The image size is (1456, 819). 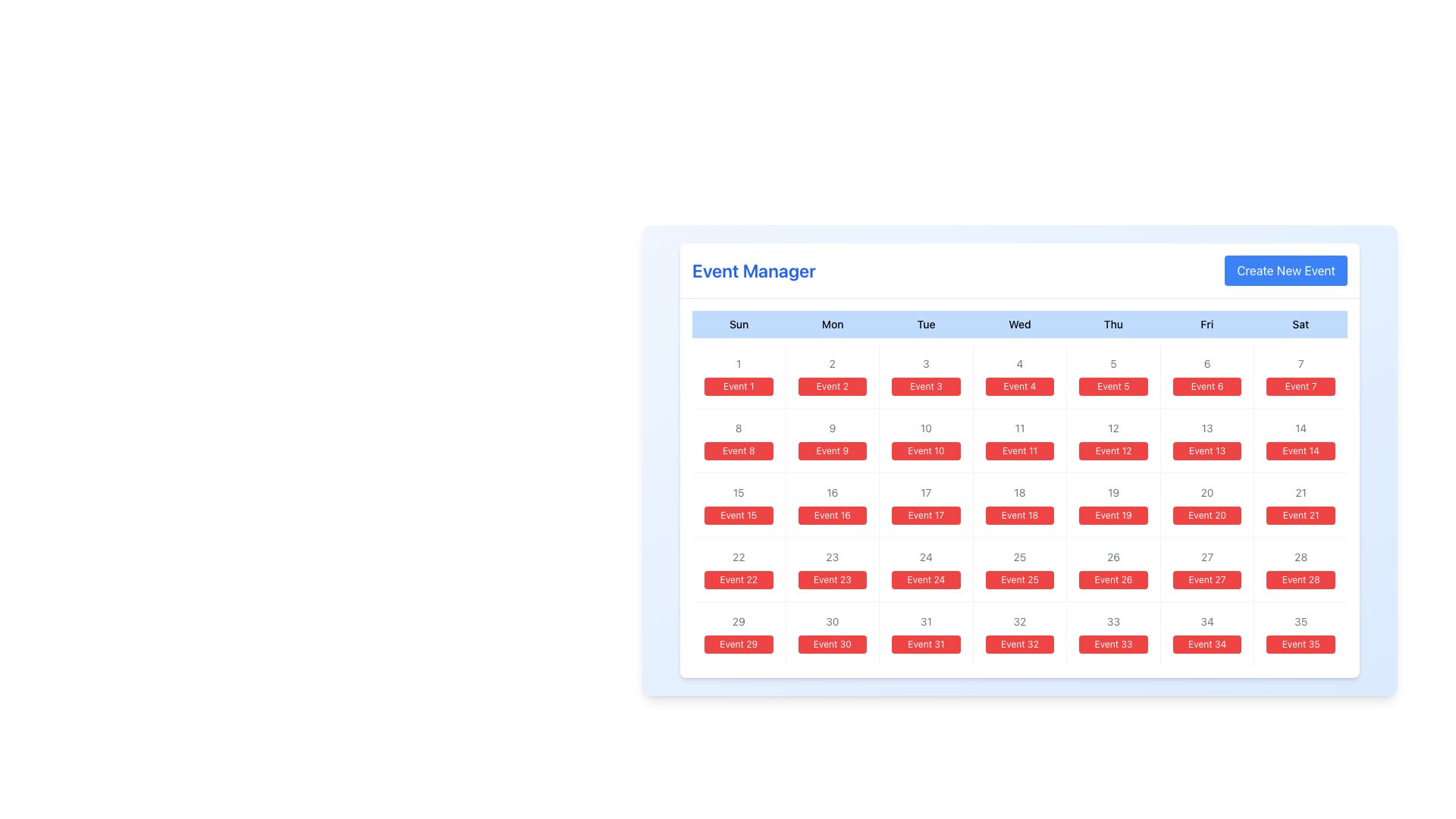 What do you see at coordinates (925, 450) in the screenshot?
I see `the button representing 'Event 10' located in the calendar grid under the 'Tue' column` at bounding box center [925, 450].